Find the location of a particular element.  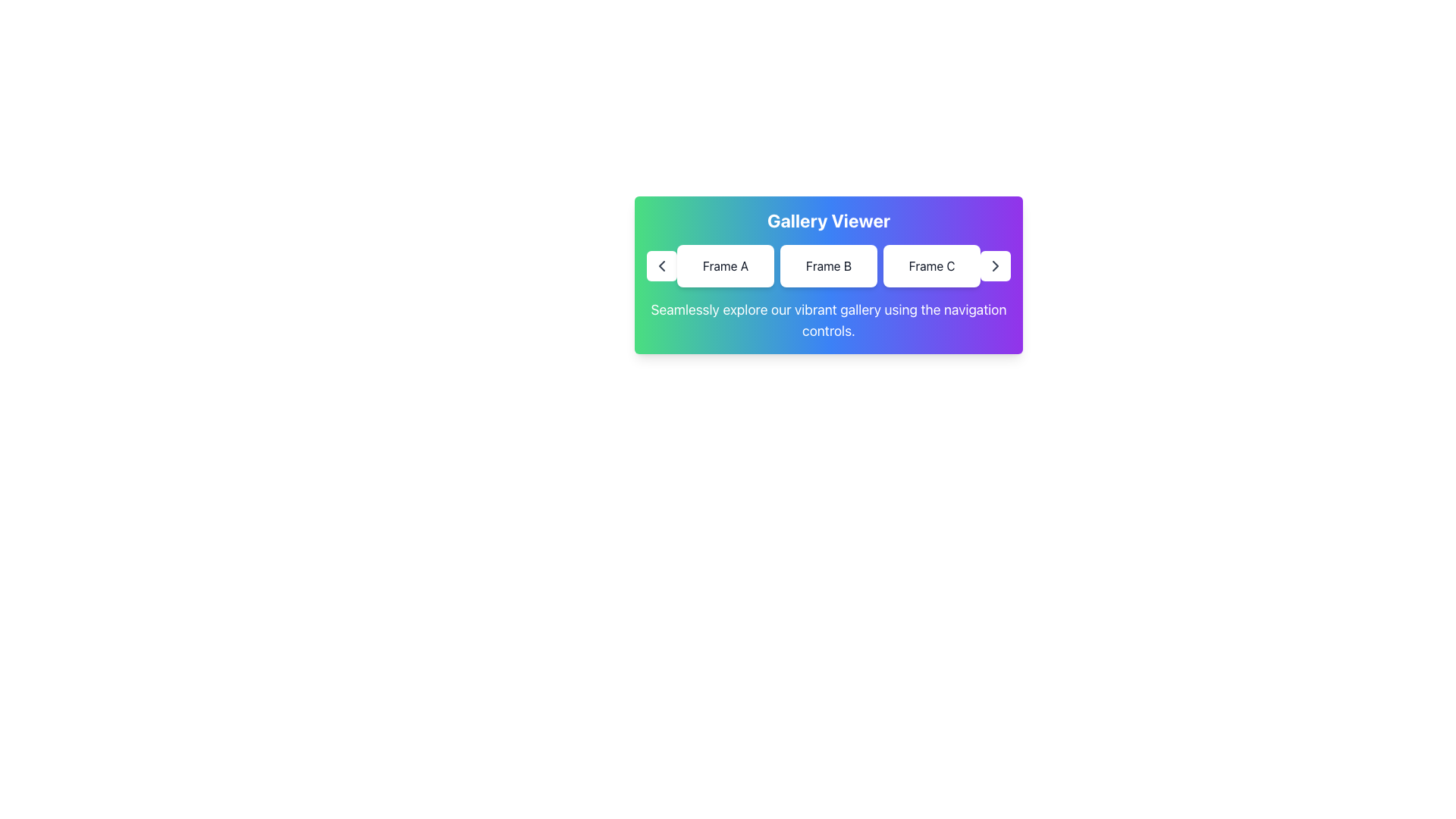

the navigation button located in the 'Gallery Viewer' interface to proceed to the next frame is located at coordinates (996, 265).